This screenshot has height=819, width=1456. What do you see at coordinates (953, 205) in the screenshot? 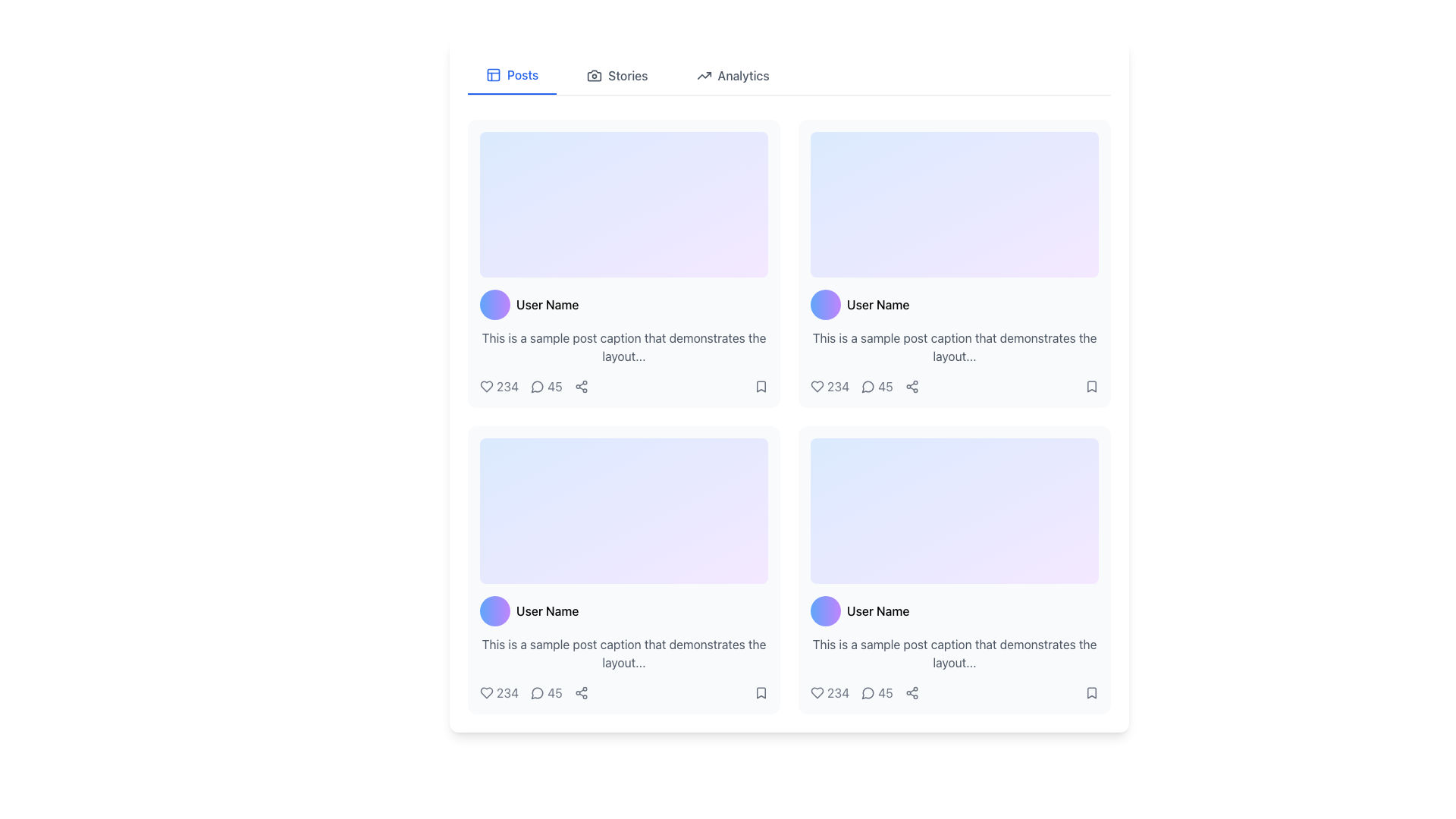
I see `the decorative gradient box that serves as a visual placeholder within the card located in the first column and second row of the grid layout` at bounding box center [953, 205].